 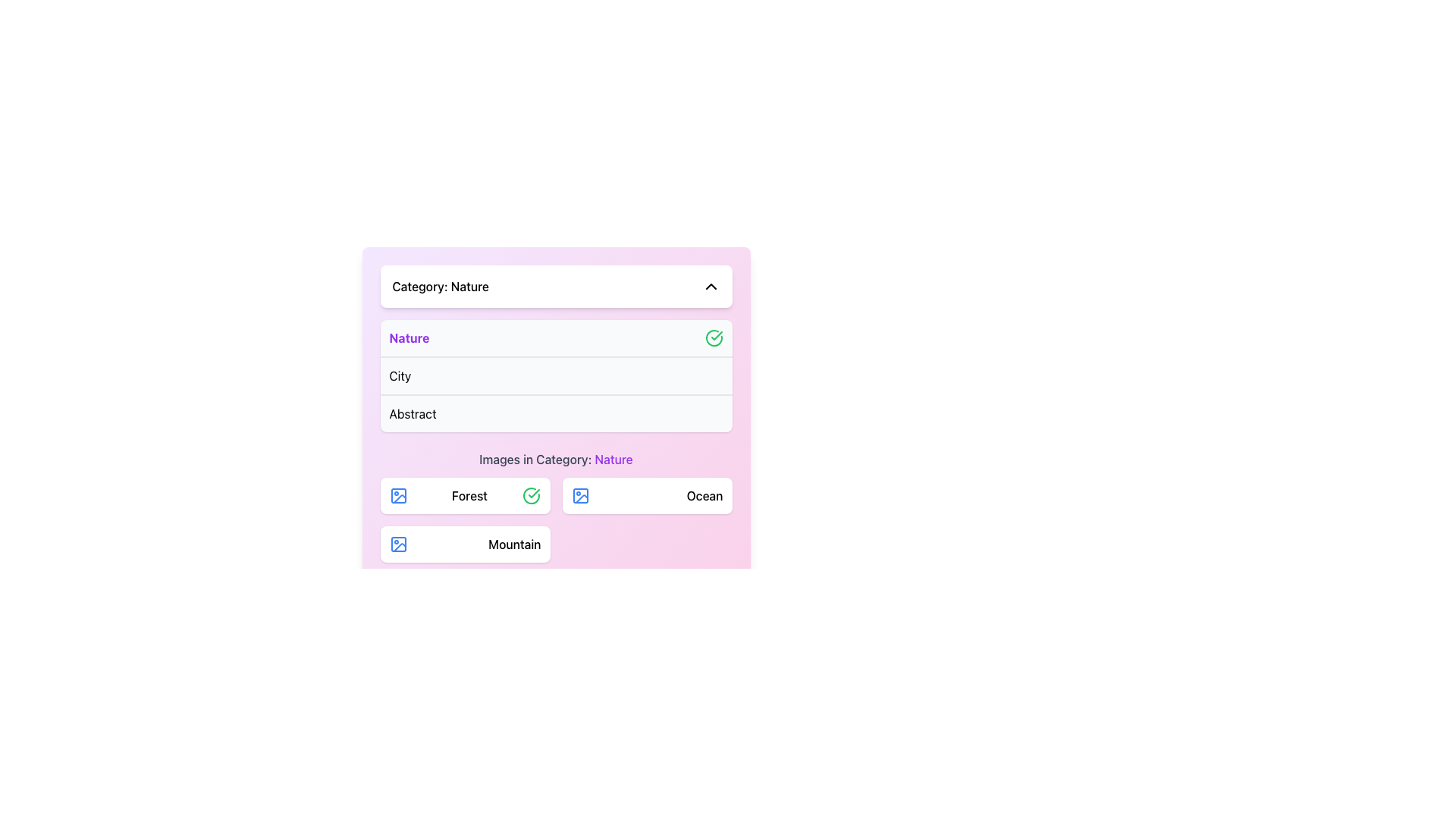 I want to click on the green checkmark icon within the circular outline on the rightmost side of the 'Forest' selection card, so click(x=532, y=496).